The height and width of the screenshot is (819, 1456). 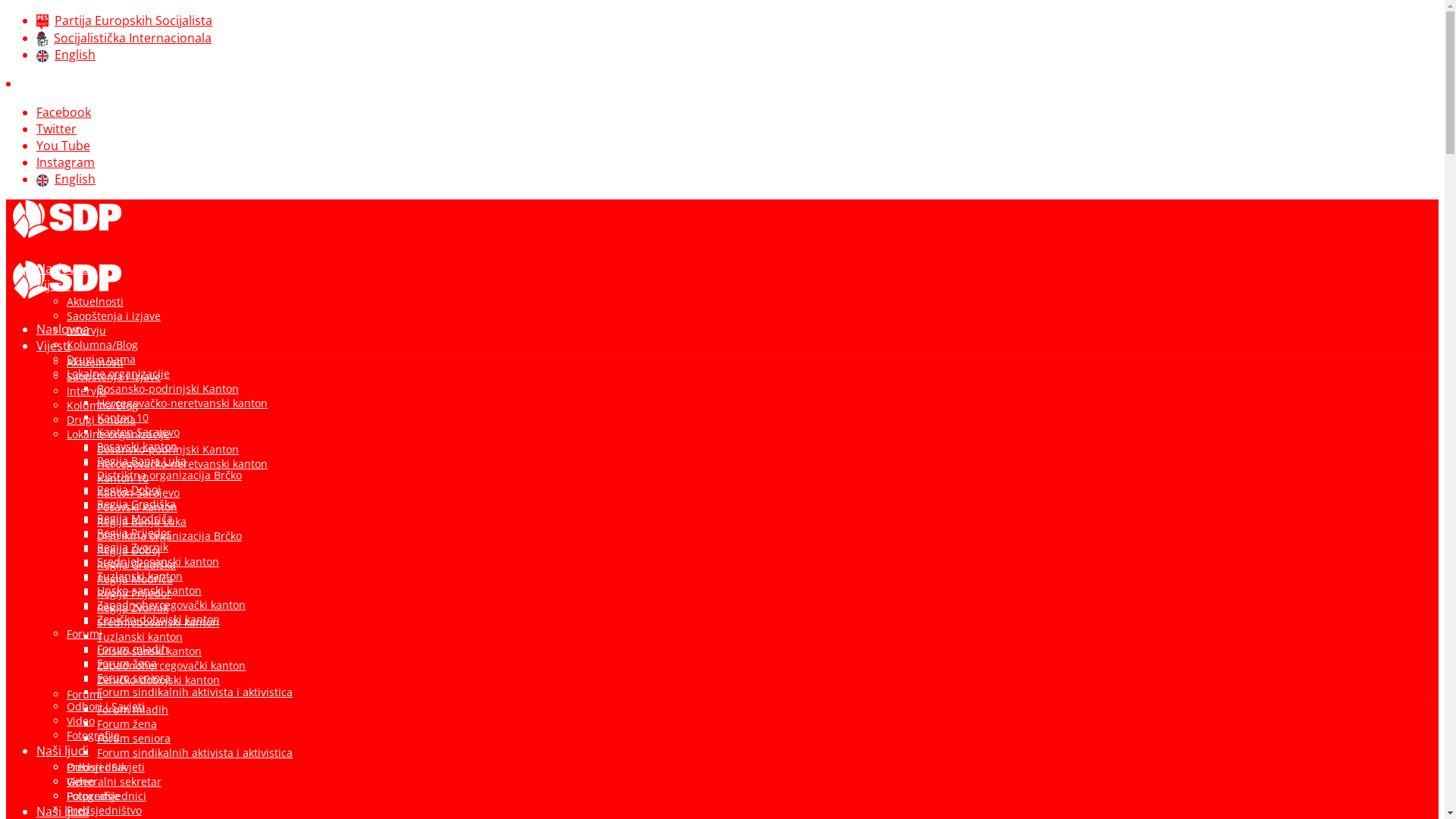 What do you see at coordinates (62, 146) in the screenshot?
I see `'You Tube'` at bounding box center [62, 146].